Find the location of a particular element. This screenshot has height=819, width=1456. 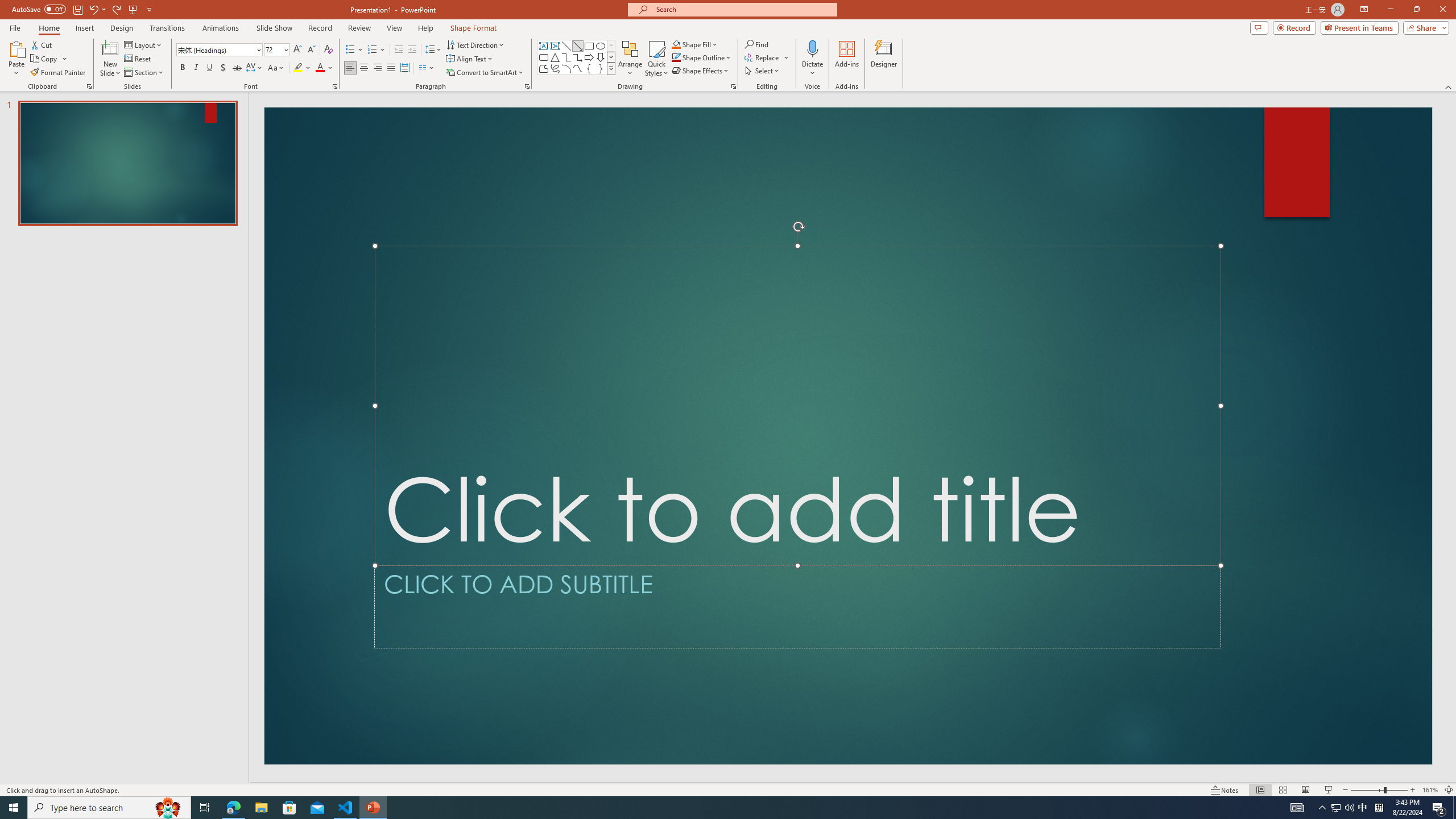

'Shape Effects' is located at coordinates (700, 69).